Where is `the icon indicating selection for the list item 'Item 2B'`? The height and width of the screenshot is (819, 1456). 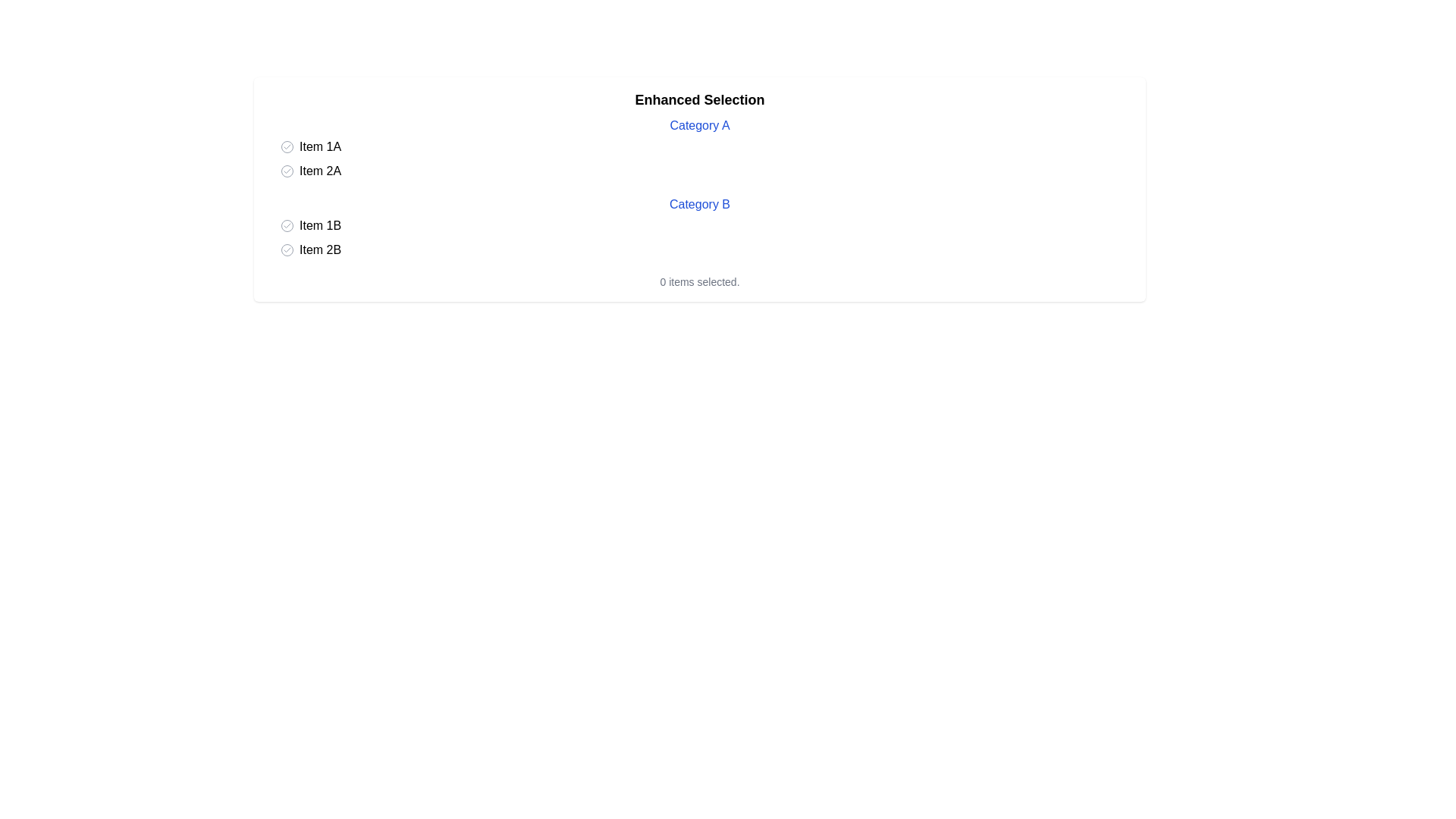 the icon indicating selection for the list item 'Item 2B' is located at coordinates (287, 249).